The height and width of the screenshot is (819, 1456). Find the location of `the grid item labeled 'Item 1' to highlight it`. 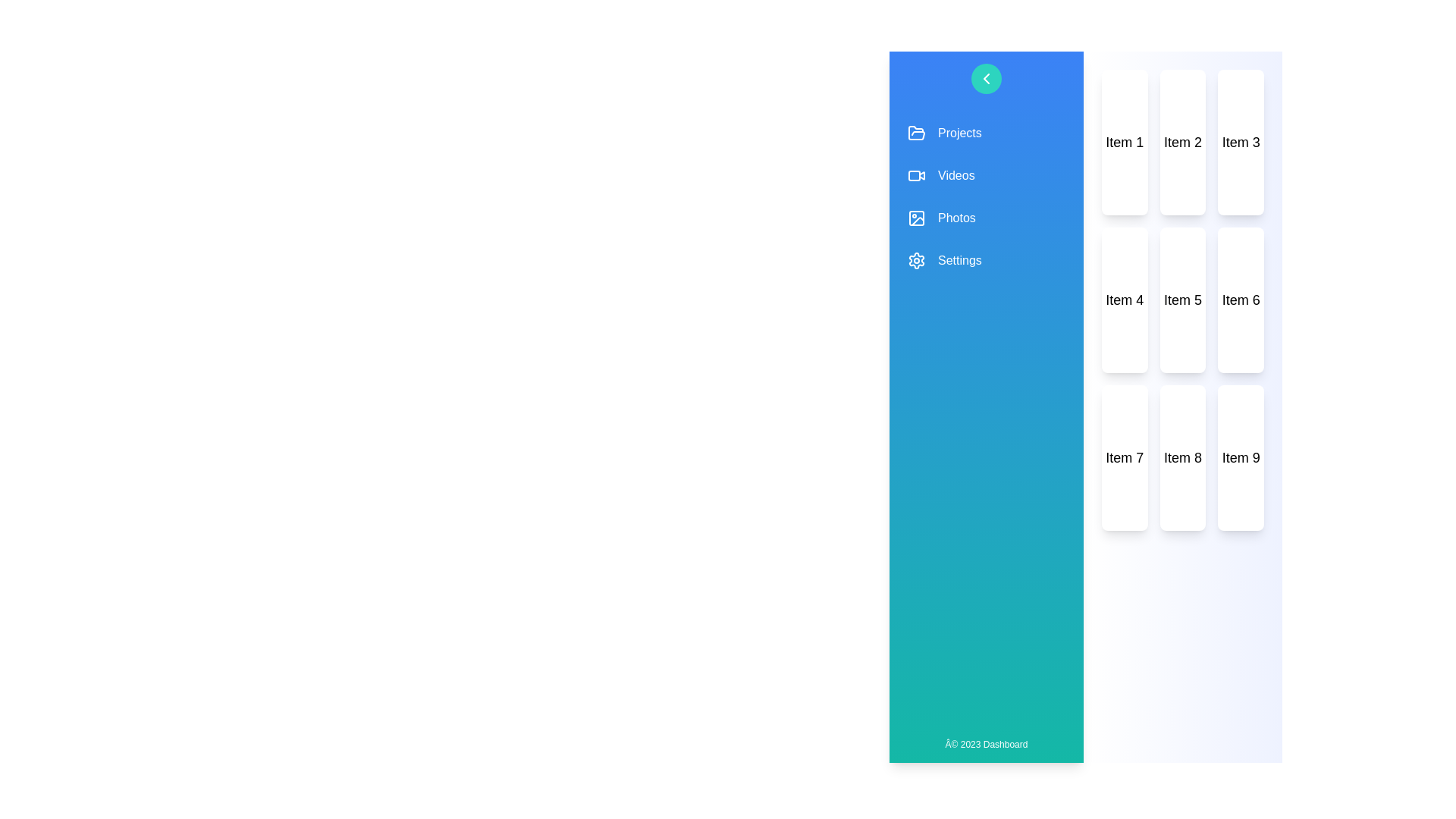

the grid item labeled 'Item 1' to highlight it is located at coordinates (1125, 143).